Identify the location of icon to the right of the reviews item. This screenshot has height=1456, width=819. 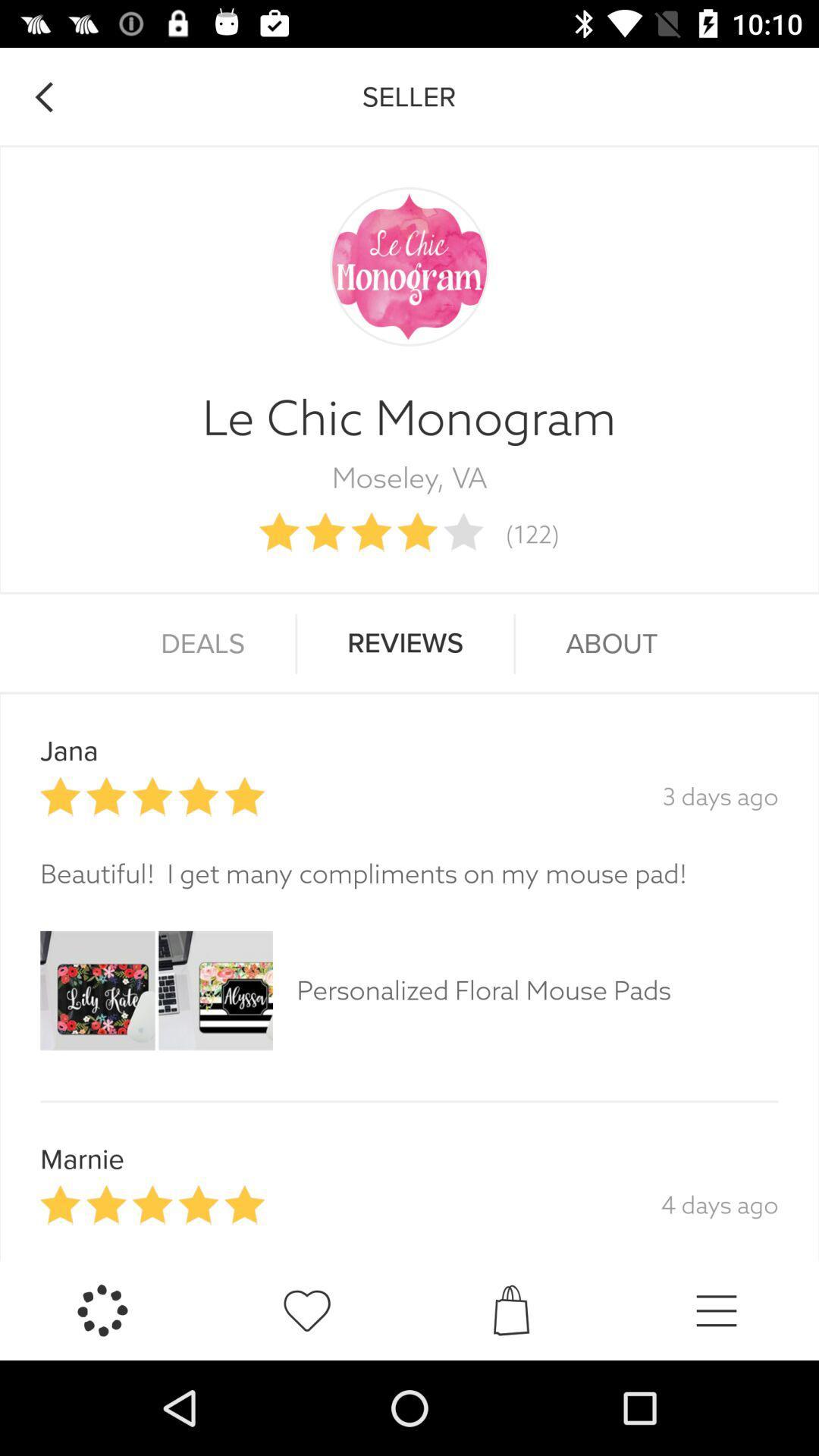
(610, 644).